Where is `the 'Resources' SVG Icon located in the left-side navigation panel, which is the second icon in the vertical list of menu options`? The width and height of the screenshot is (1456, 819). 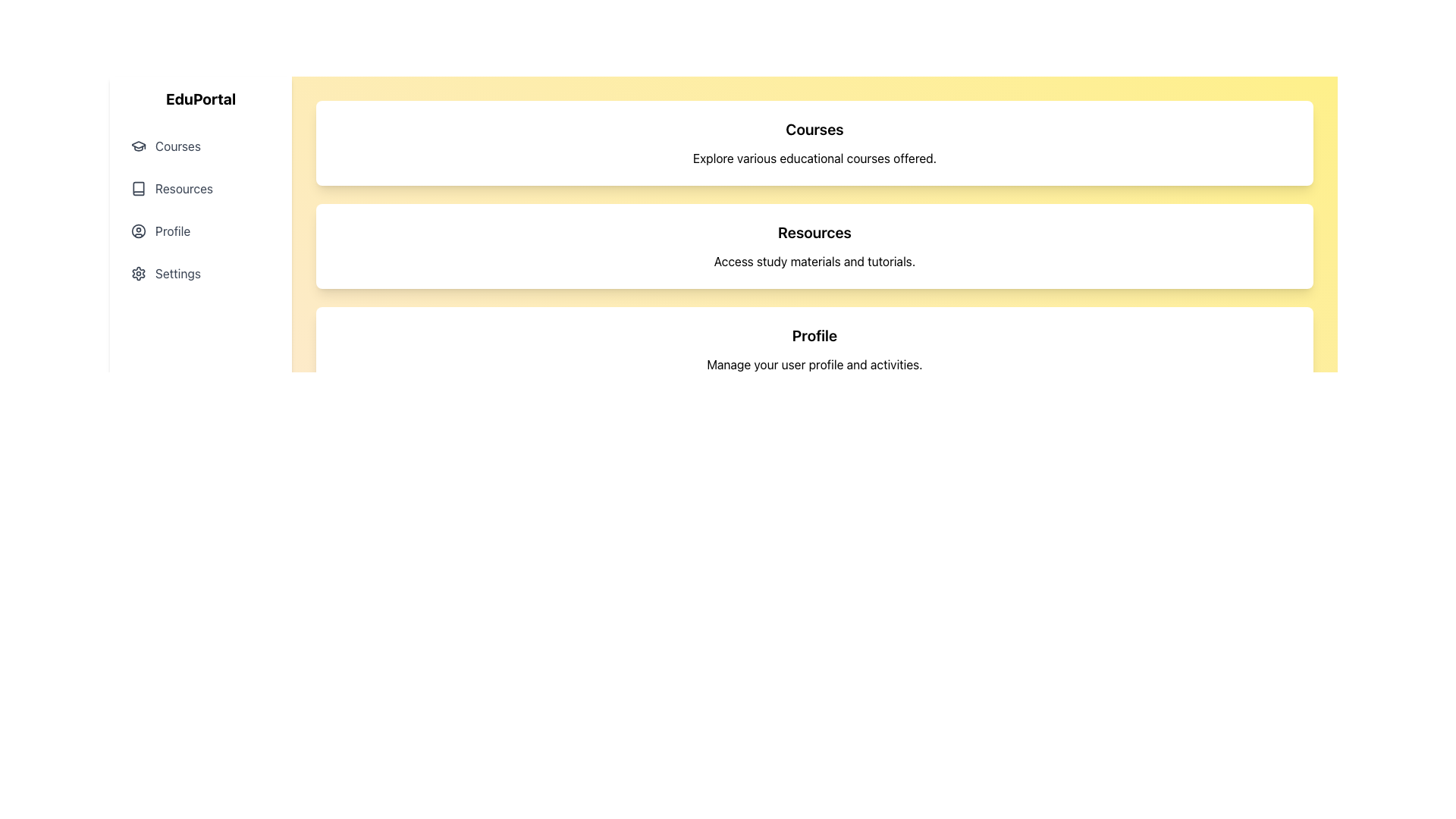 the 'Resources' SVG Icon located in the left-side navigation panel, which is the second icon in the vertical list of menu options is located at coordinates (138, 188).